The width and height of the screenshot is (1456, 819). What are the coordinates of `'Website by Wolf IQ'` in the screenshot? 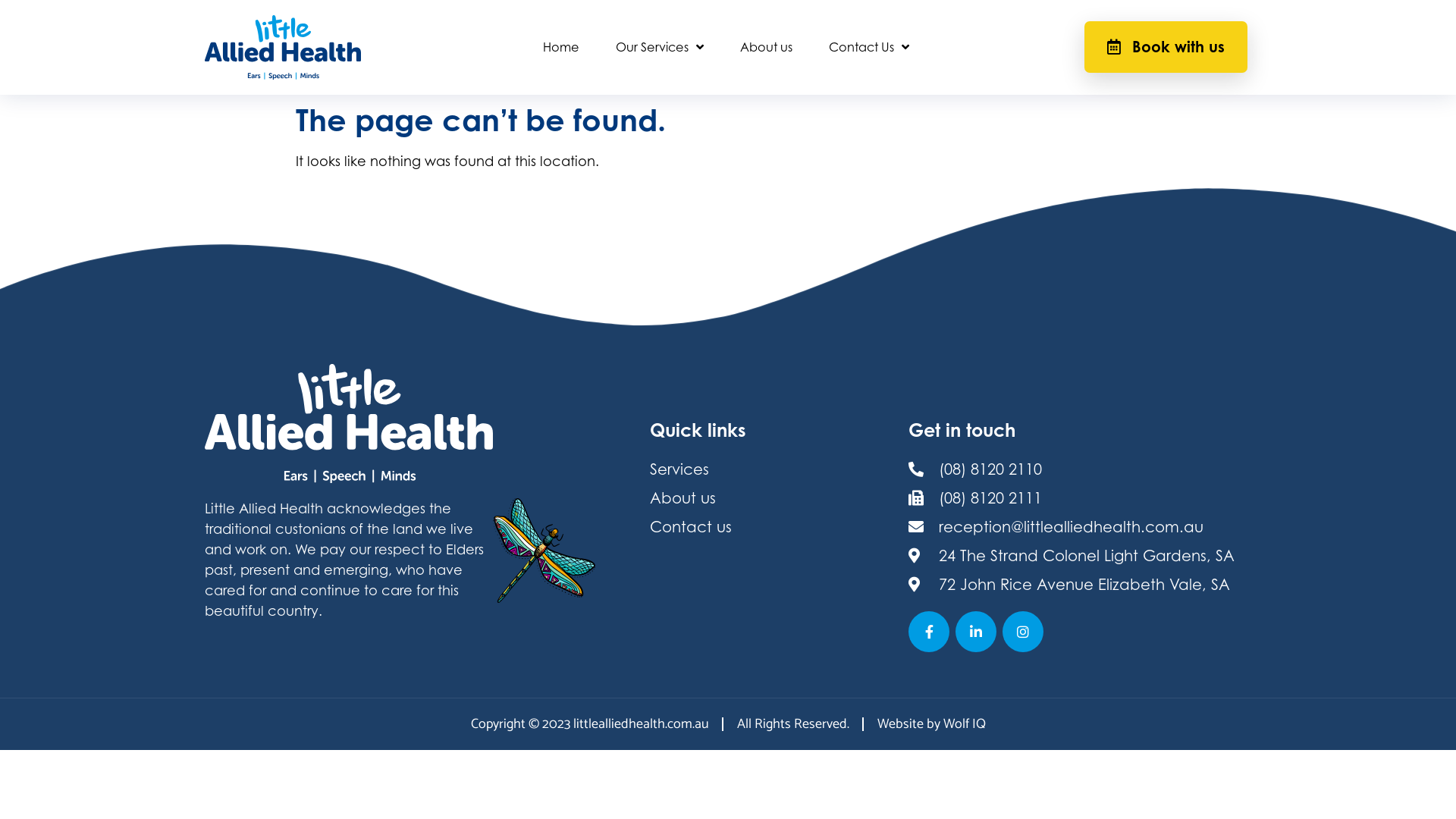 It's located at (930, 723).